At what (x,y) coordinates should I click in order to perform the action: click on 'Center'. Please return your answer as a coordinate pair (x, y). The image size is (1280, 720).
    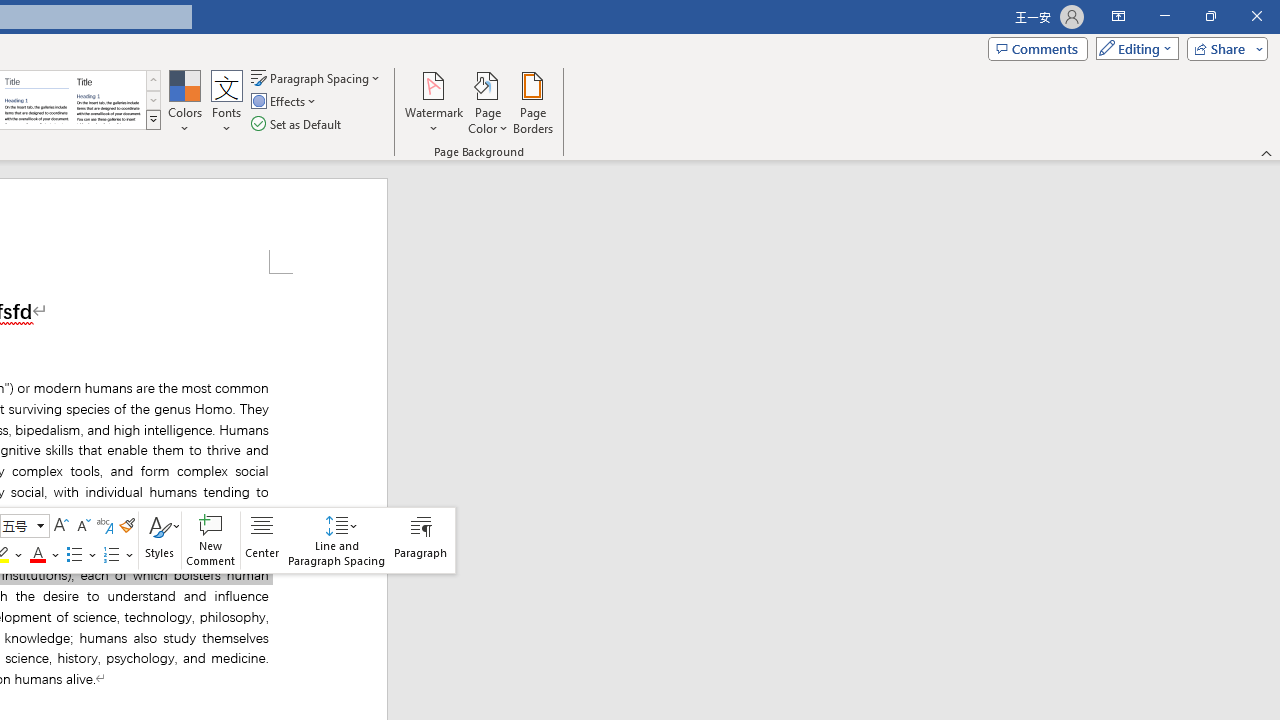
    Looking at the image, I should click on (261, 540).